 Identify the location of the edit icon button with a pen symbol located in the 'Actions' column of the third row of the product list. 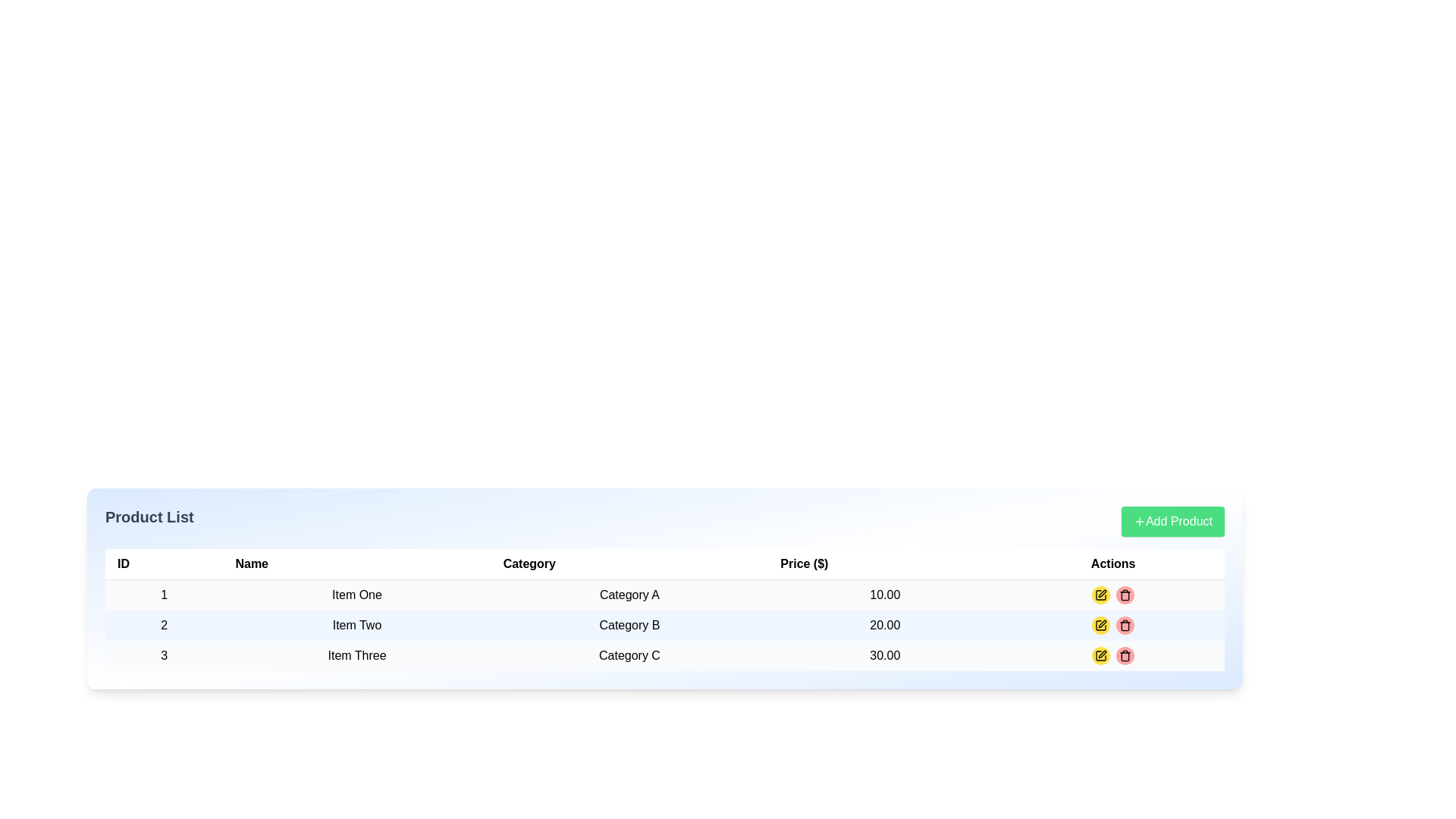
(1101, 595).